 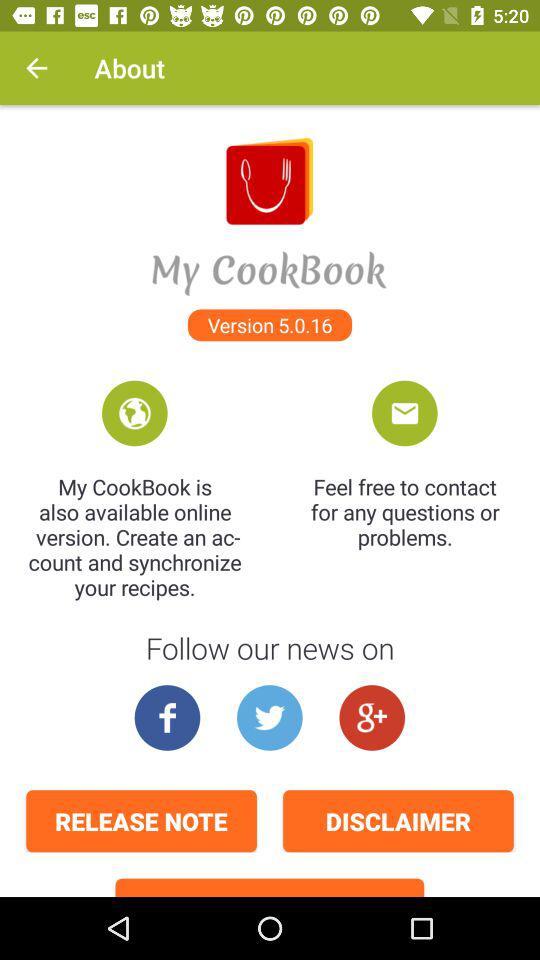 What do you see at coordinates (269, 717) in the screenshot?
I see `the twitter icon` at bounding box center [269, 717].